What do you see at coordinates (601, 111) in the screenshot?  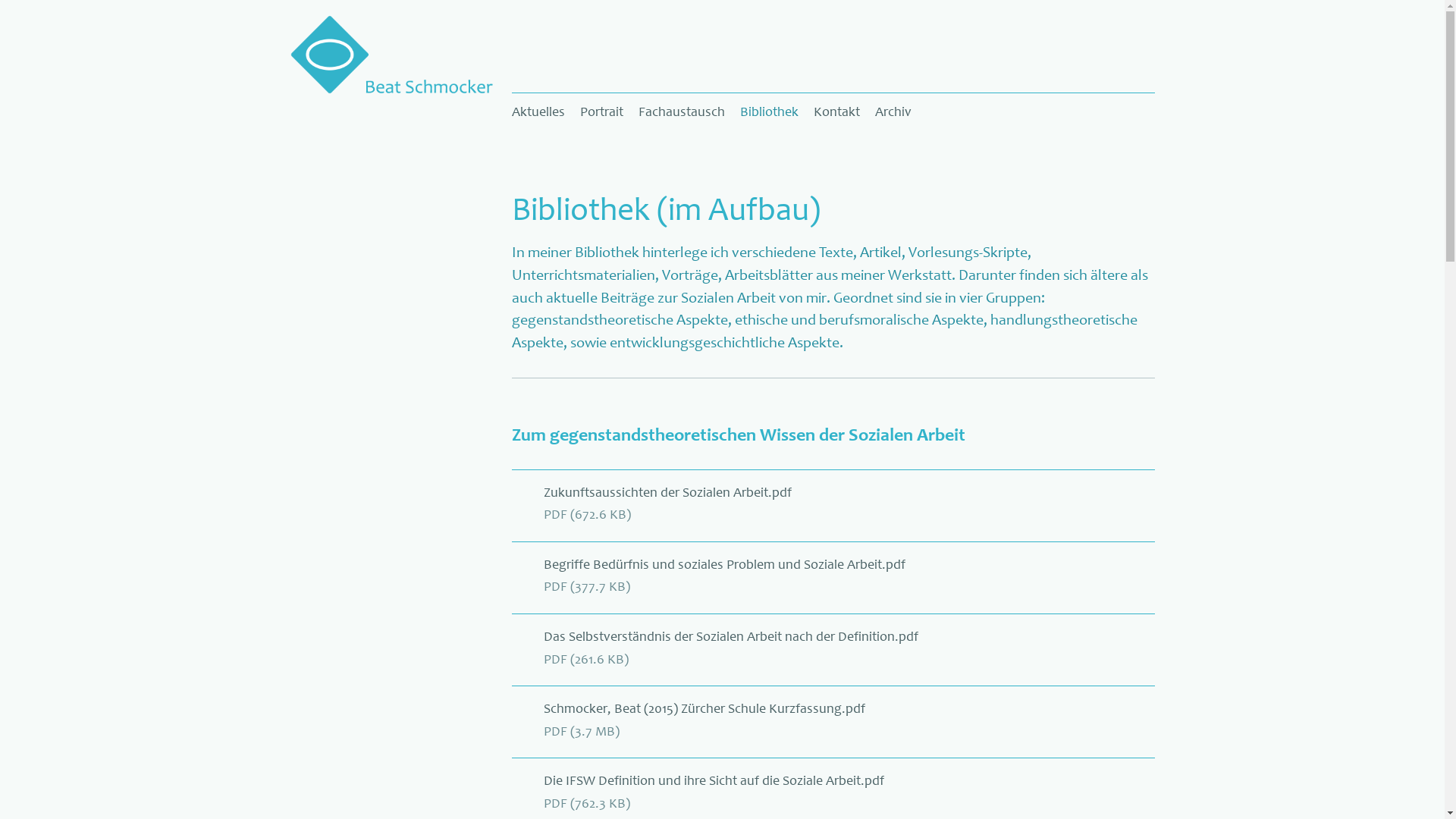 I see `'Portrait'` at bounding box center [601, 111].